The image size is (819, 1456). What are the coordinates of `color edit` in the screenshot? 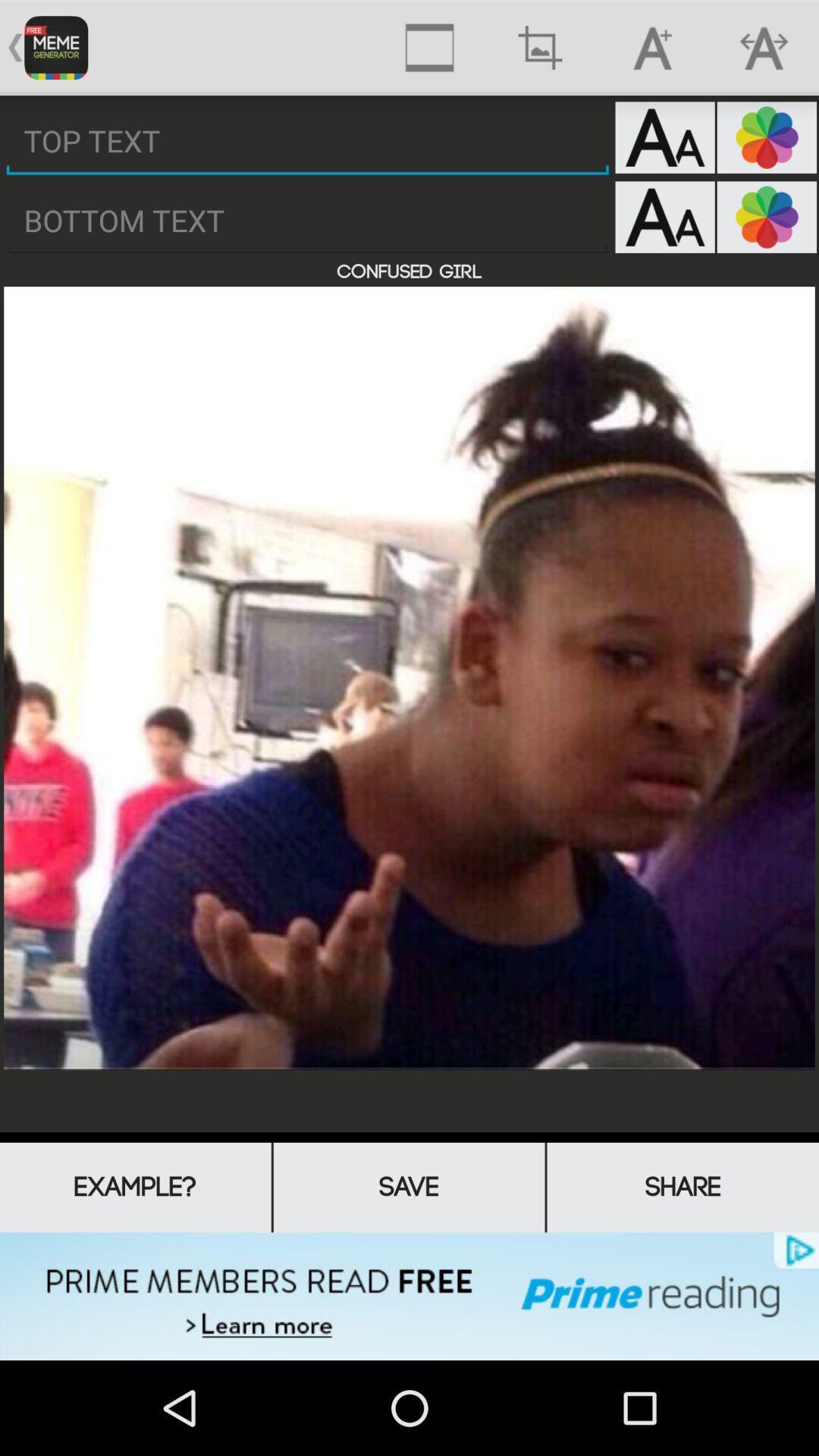 It's located at (767, 137).